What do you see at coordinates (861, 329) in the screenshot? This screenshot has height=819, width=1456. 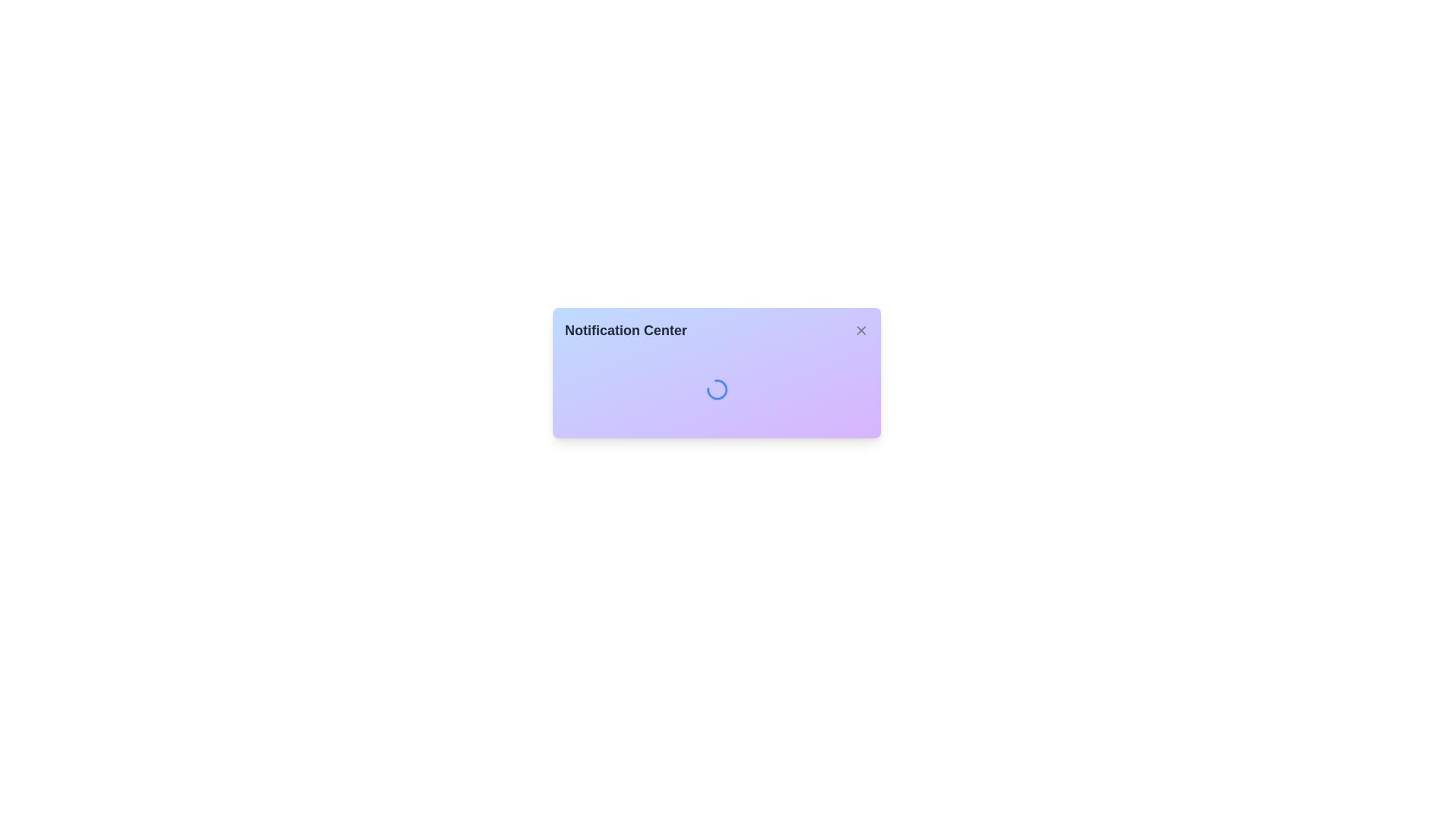 I see `the close icon located in the top-right corner of the 'Notification Center'` at bounding box center [861, 329].